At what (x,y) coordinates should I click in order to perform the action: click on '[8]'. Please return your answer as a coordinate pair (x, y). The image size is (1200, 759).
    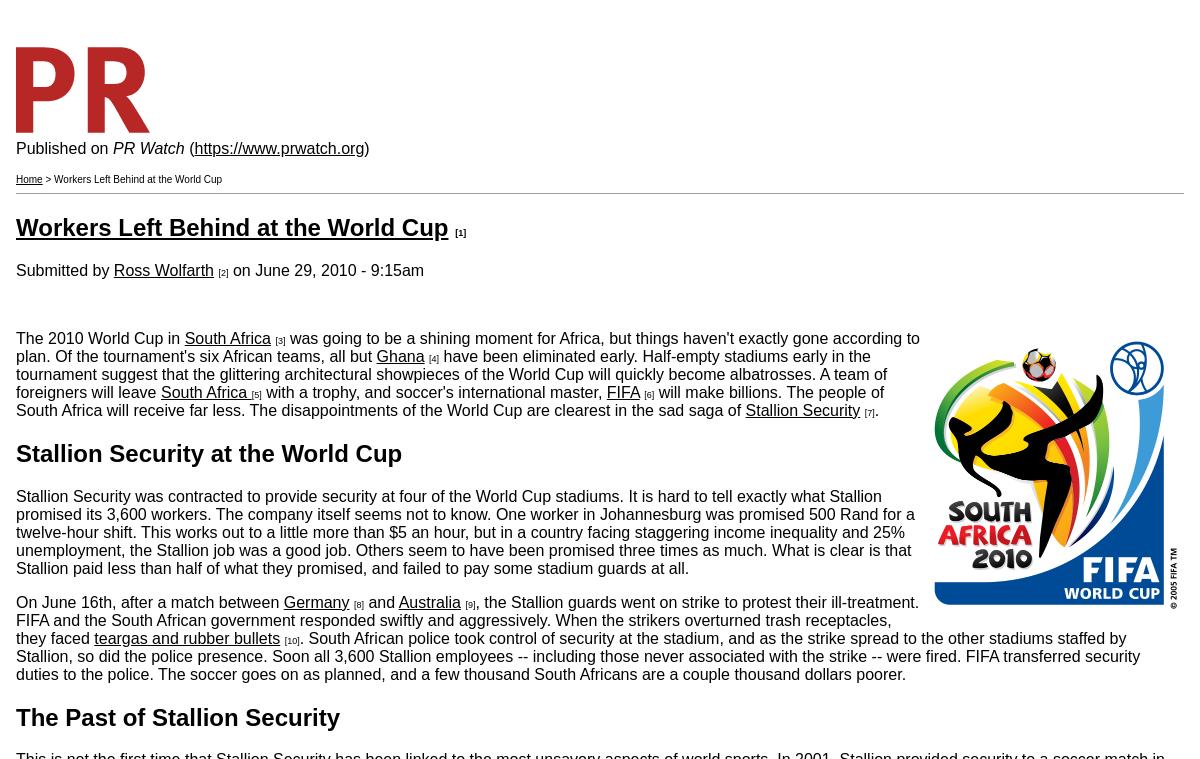
    Looking at the image, I should click on (357, 603).